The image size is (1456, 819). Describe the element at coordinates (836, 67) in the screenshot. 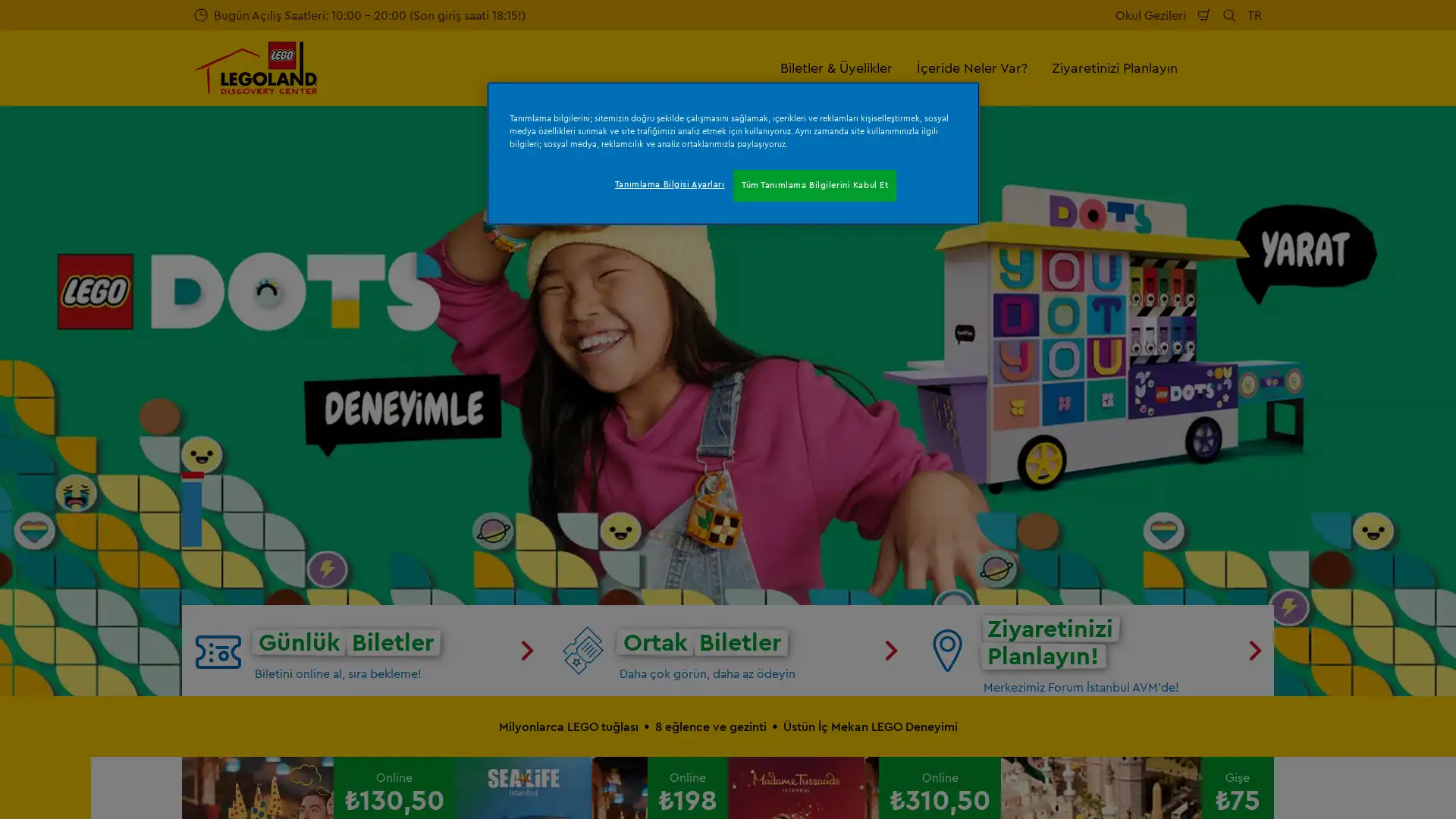

I see `Biletler & Uyelikler` at that location.